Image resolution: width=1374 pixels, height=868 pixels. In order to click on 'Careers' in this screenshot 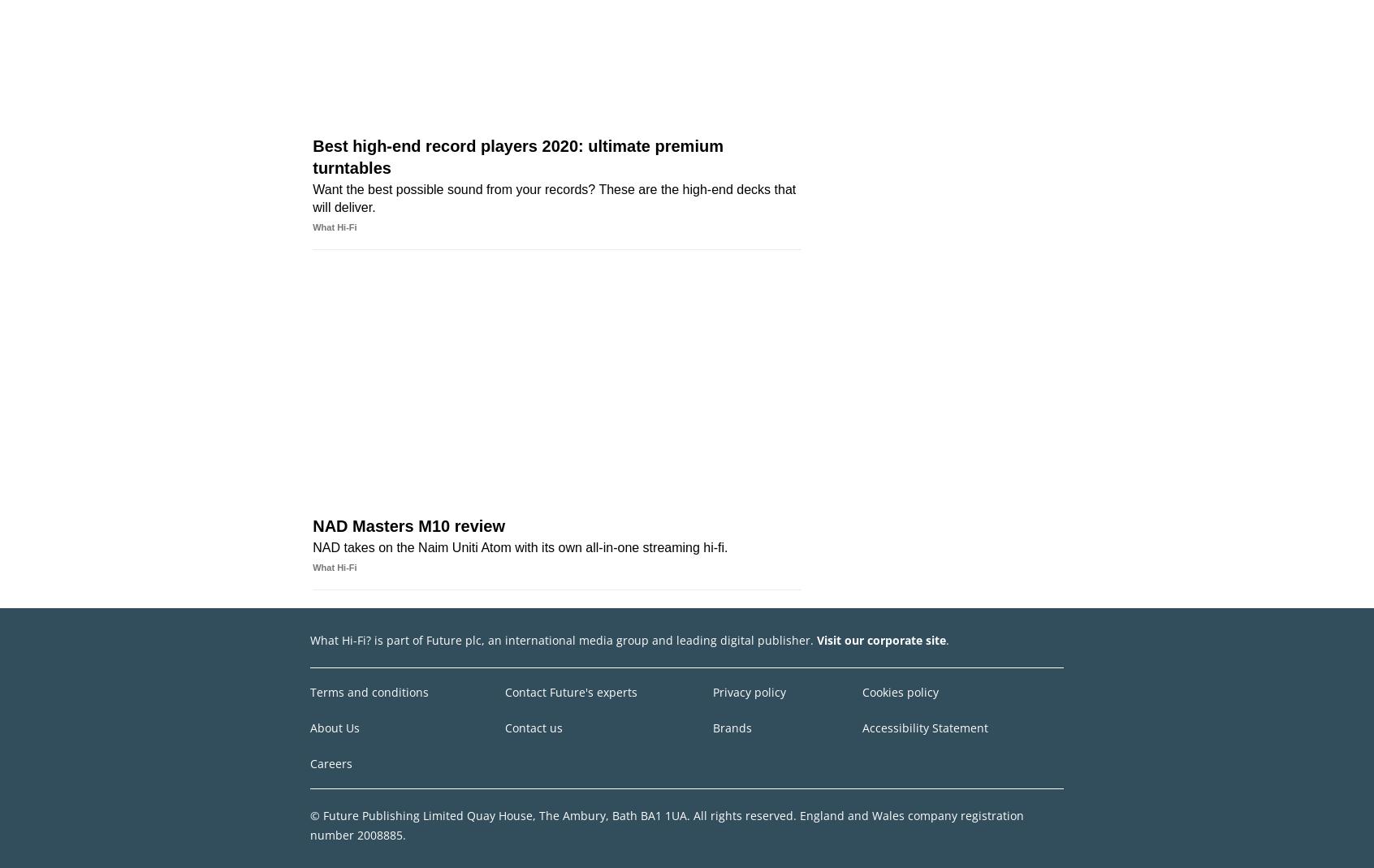, I will do `click(331, 762)`.